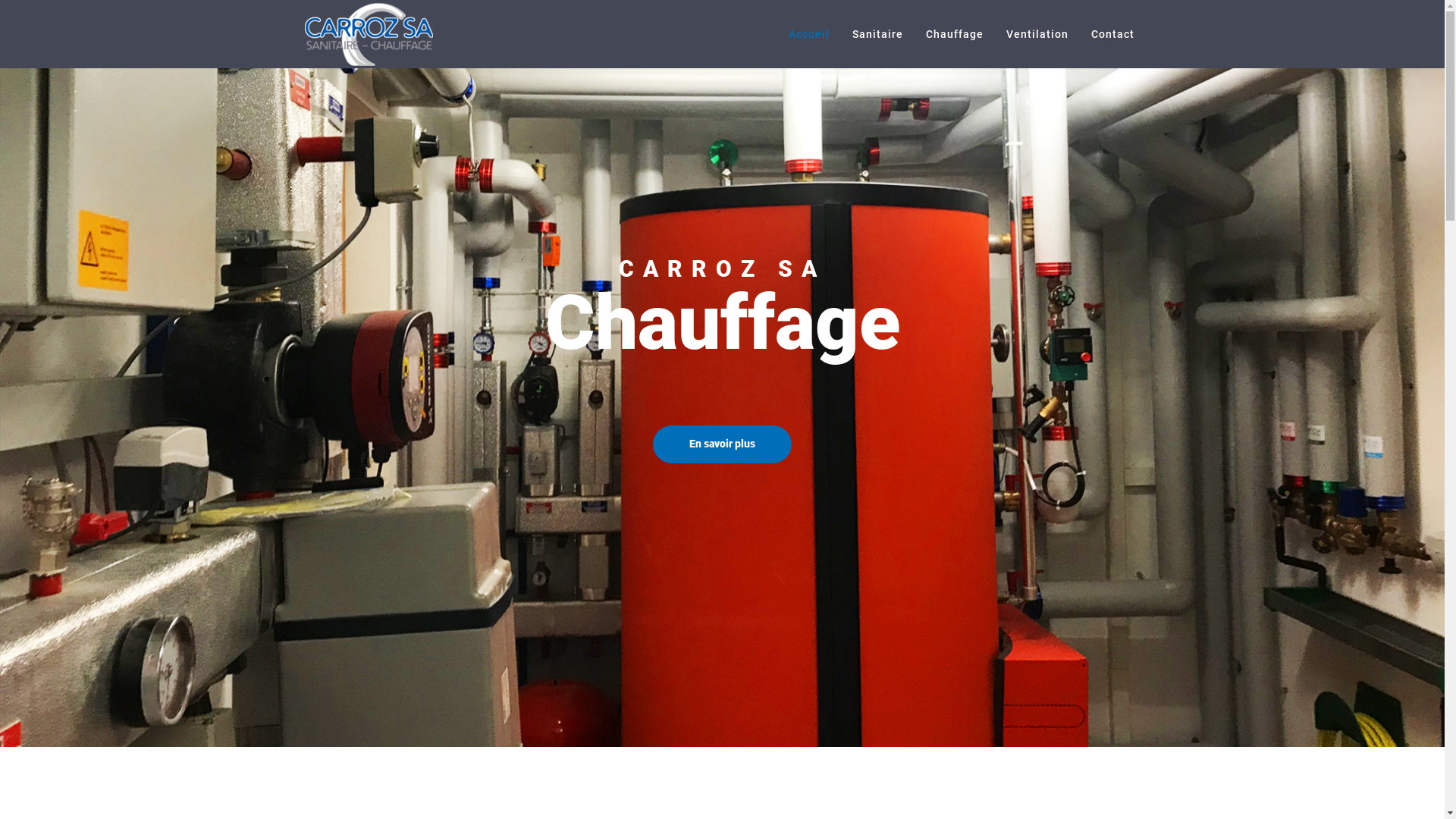 Image resolution: width=1456 pixels, height=819 pixels. What do you see at coordinates (721, 444) in the screenshot?
I see `'En savoir plus'` at bounding box center [721, 444].